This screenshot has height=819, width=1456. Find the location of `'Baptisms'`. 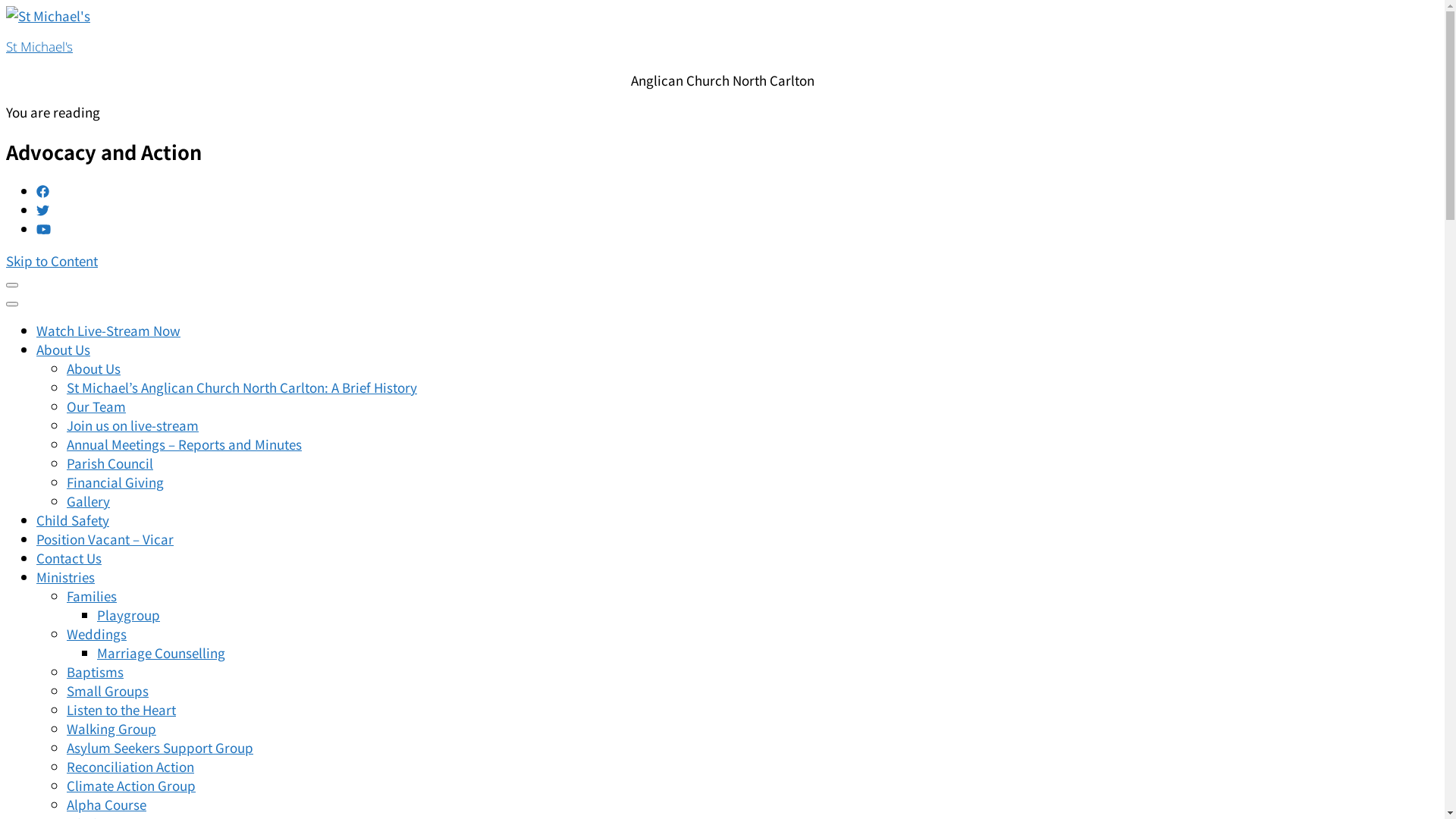

'Baptisms' is located at coordinates (94, 670).